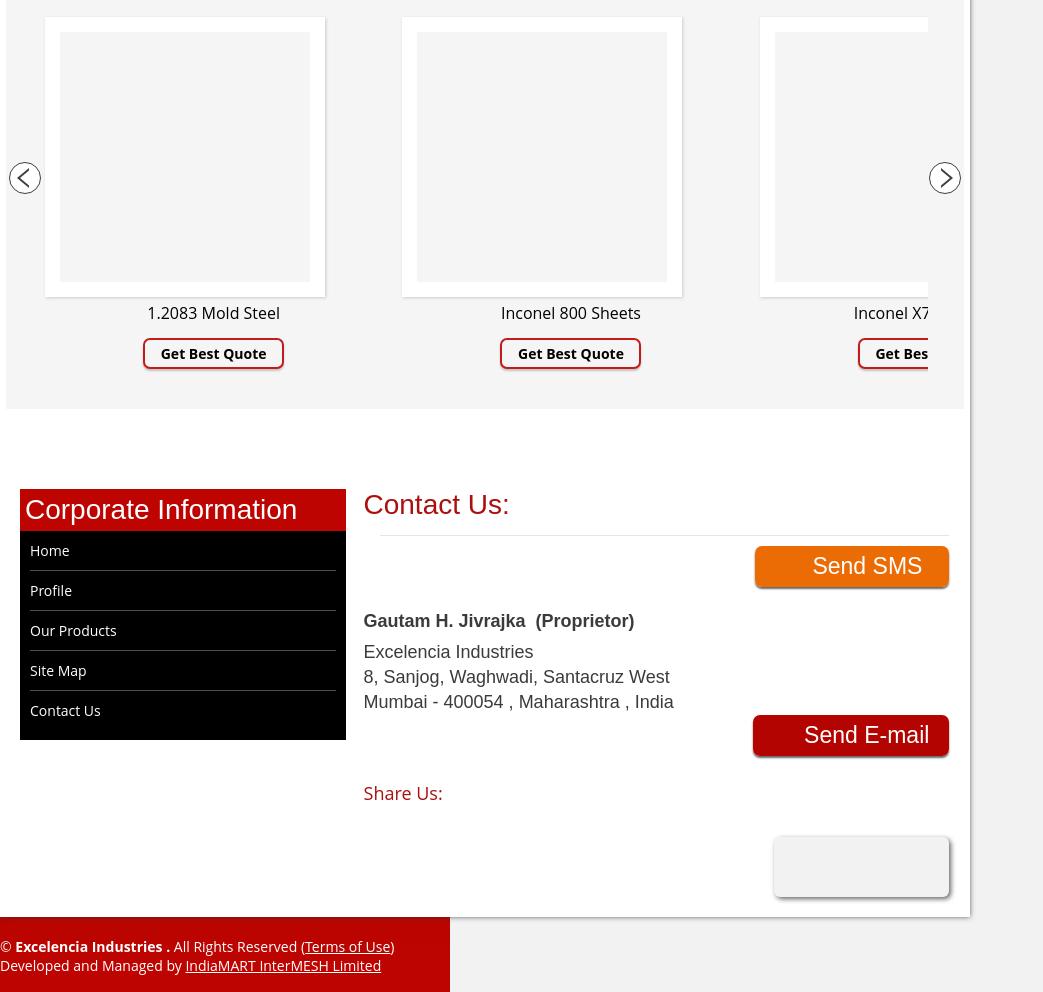 The height and width of the screenshot is (992, 1043). I want to click on '8, Sanjog, Waghwadi, Santacruz West', so click(514, 676).